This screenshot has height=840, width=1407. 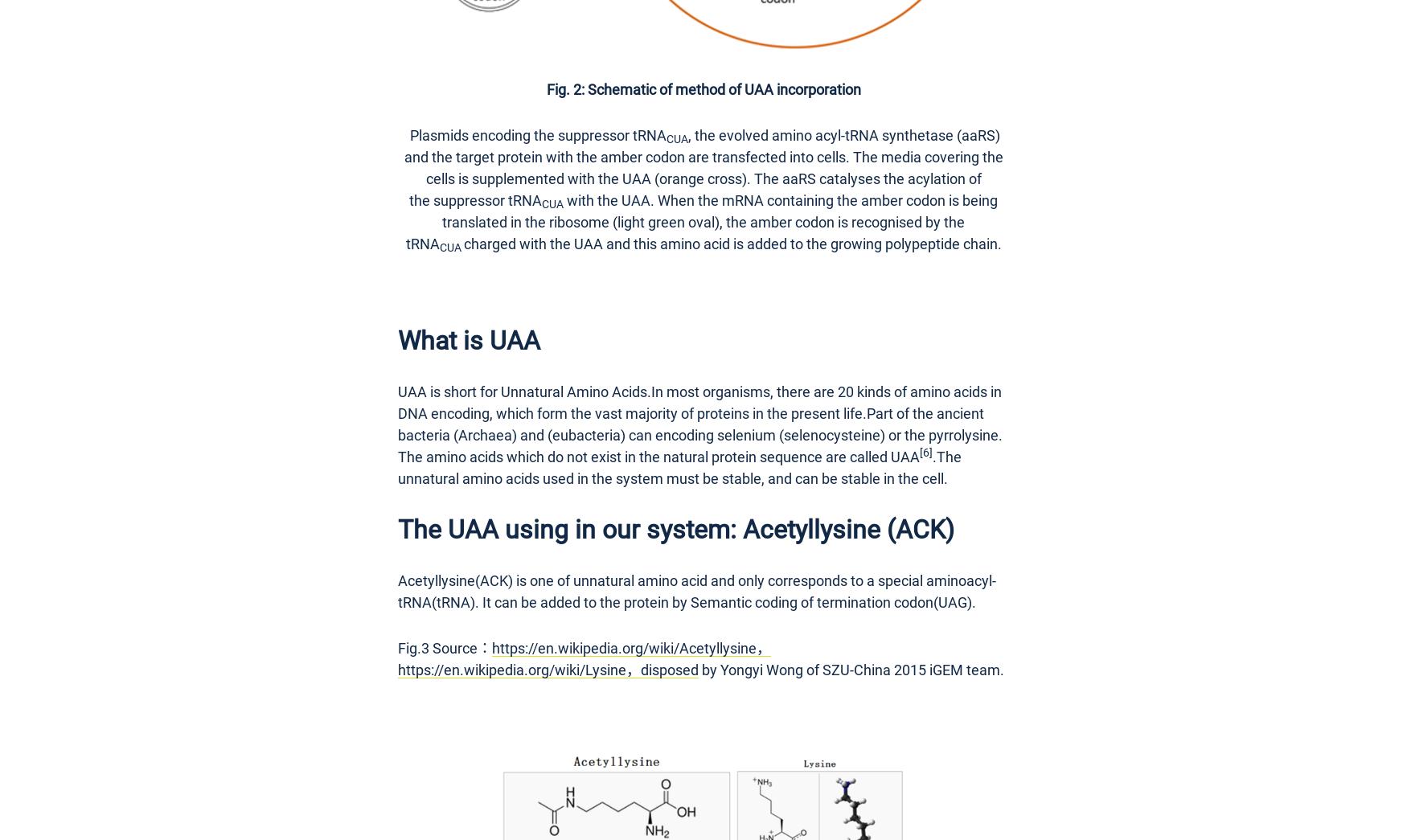 What do you see at coordinates (699, 423) in the screenshot?
I see `'UAA is short for Unnatural Amino Acids.In most organisms, there are 20 kinds of amino acids in DNA encoding, which form the vast majority of proteins in the present life.Part of the ancient bacteria (Archaea) and (eubacteria) can encoding selenium (selenocysteine) or the pyrrolysine. The amino acids which do not exist in the natural protein sequence are called UAA'` at bounding box center [699, 423].